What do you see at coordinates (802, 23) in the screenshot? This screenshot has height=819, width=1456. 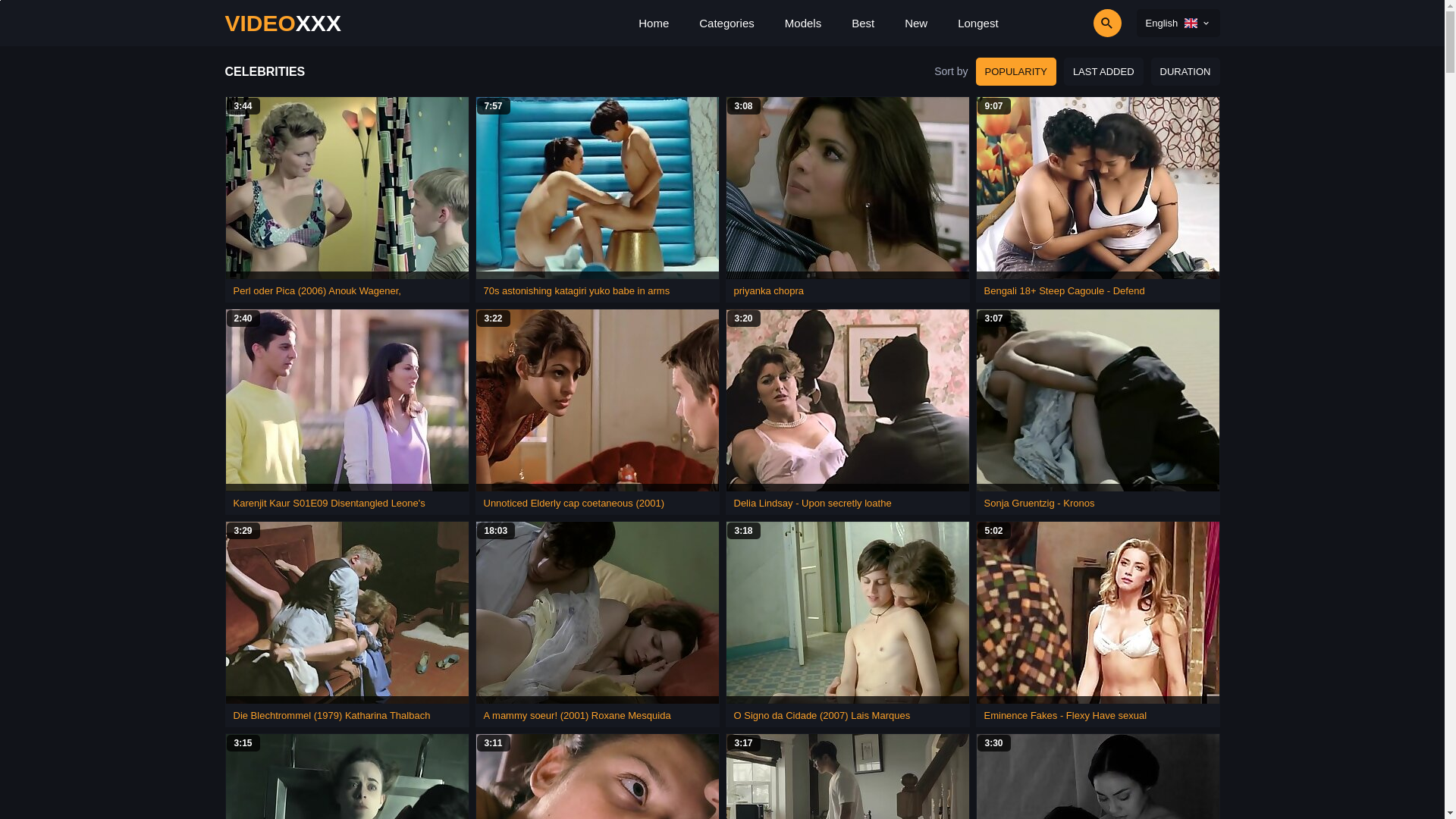 I see `'Models'` at bounding box center [802, 23].